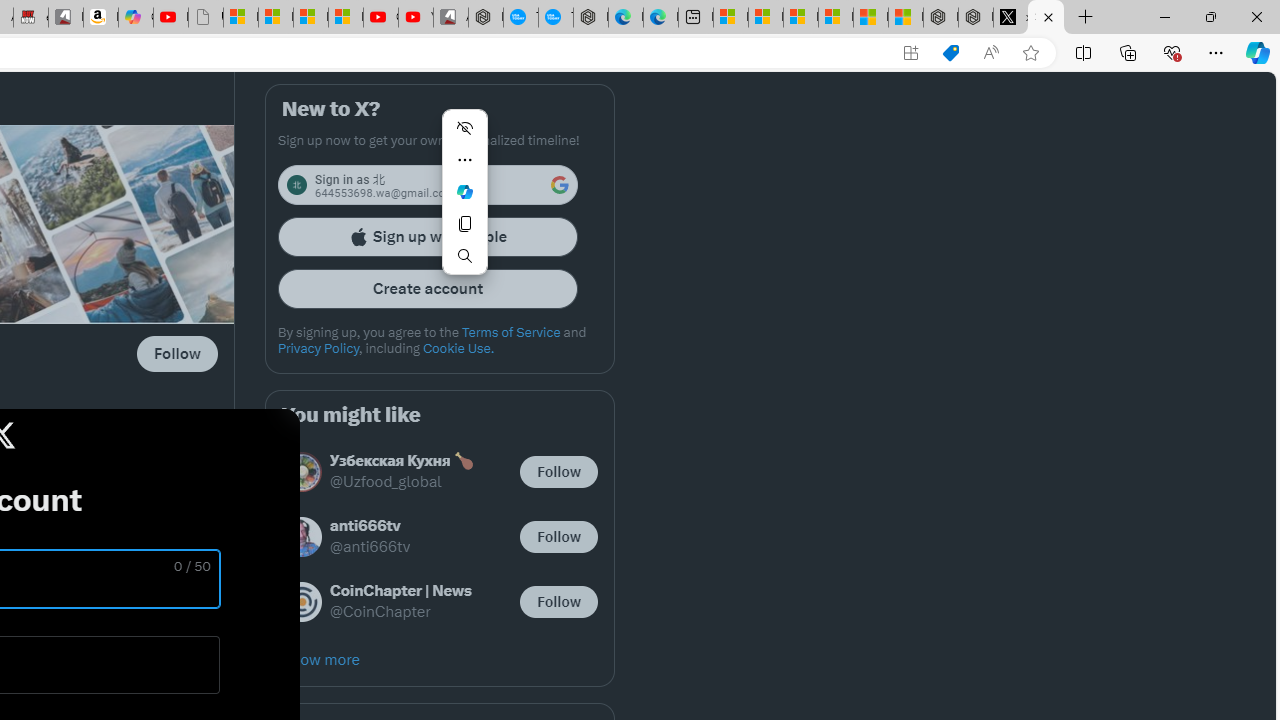  Describe the element at coordinates (463, 158) in the screenshot. I see `'More actions'` at that location.